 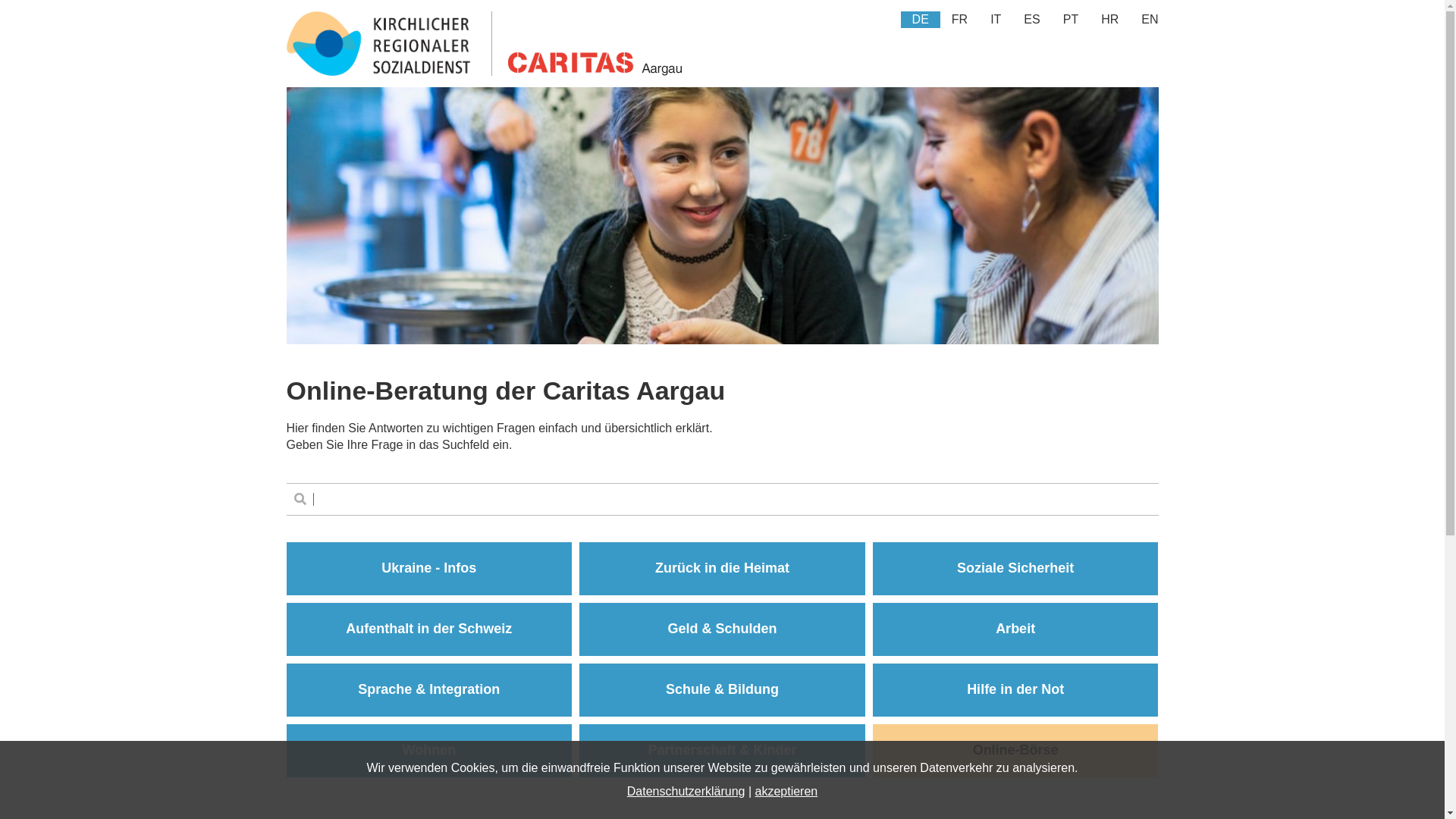 I want to click on 'Arbeit', so click(x=1015, y=629).